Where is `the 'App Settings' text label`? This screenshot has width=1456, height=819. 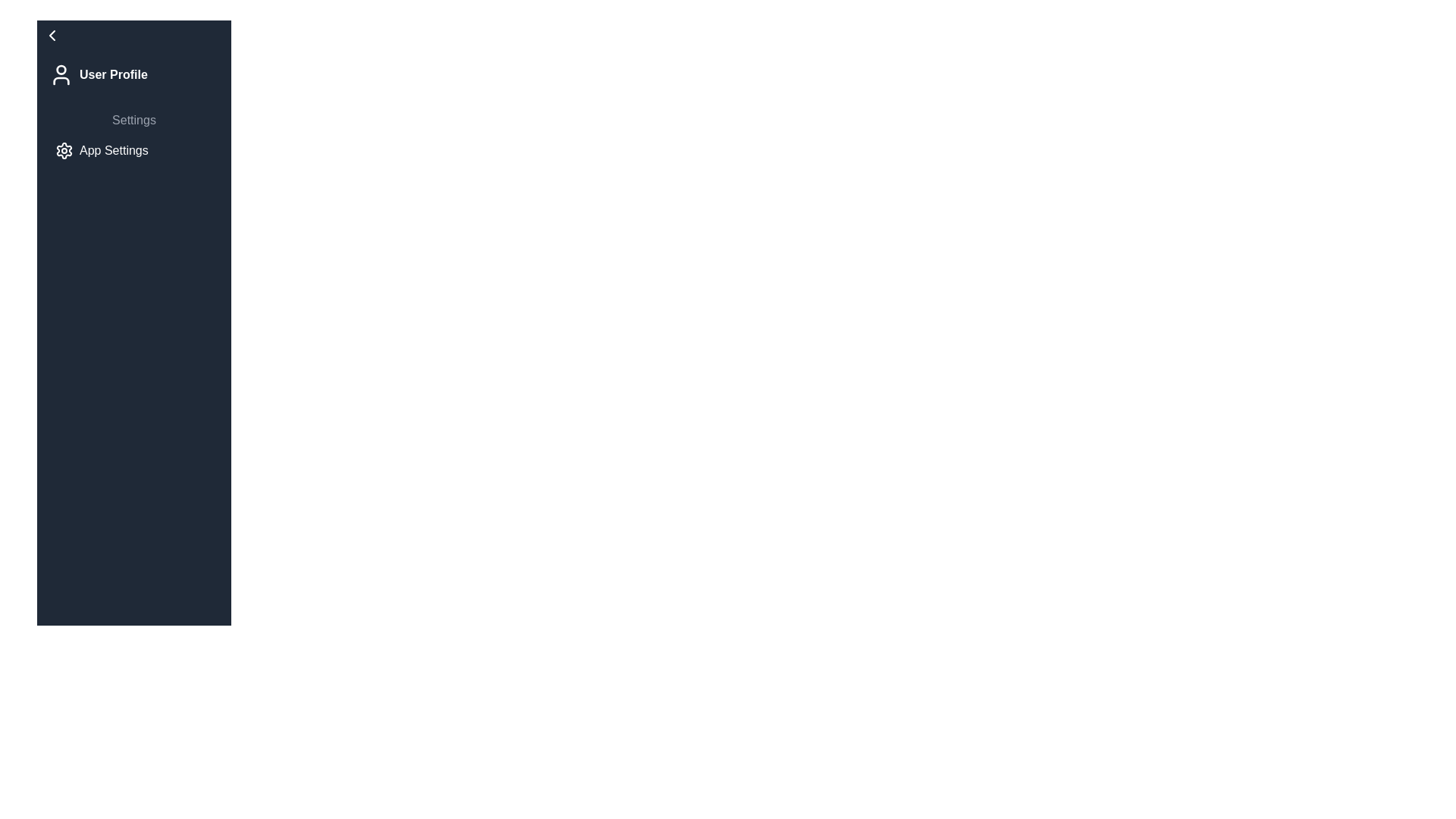
the 'App Settings' text label is located at coordinates (113, 151).